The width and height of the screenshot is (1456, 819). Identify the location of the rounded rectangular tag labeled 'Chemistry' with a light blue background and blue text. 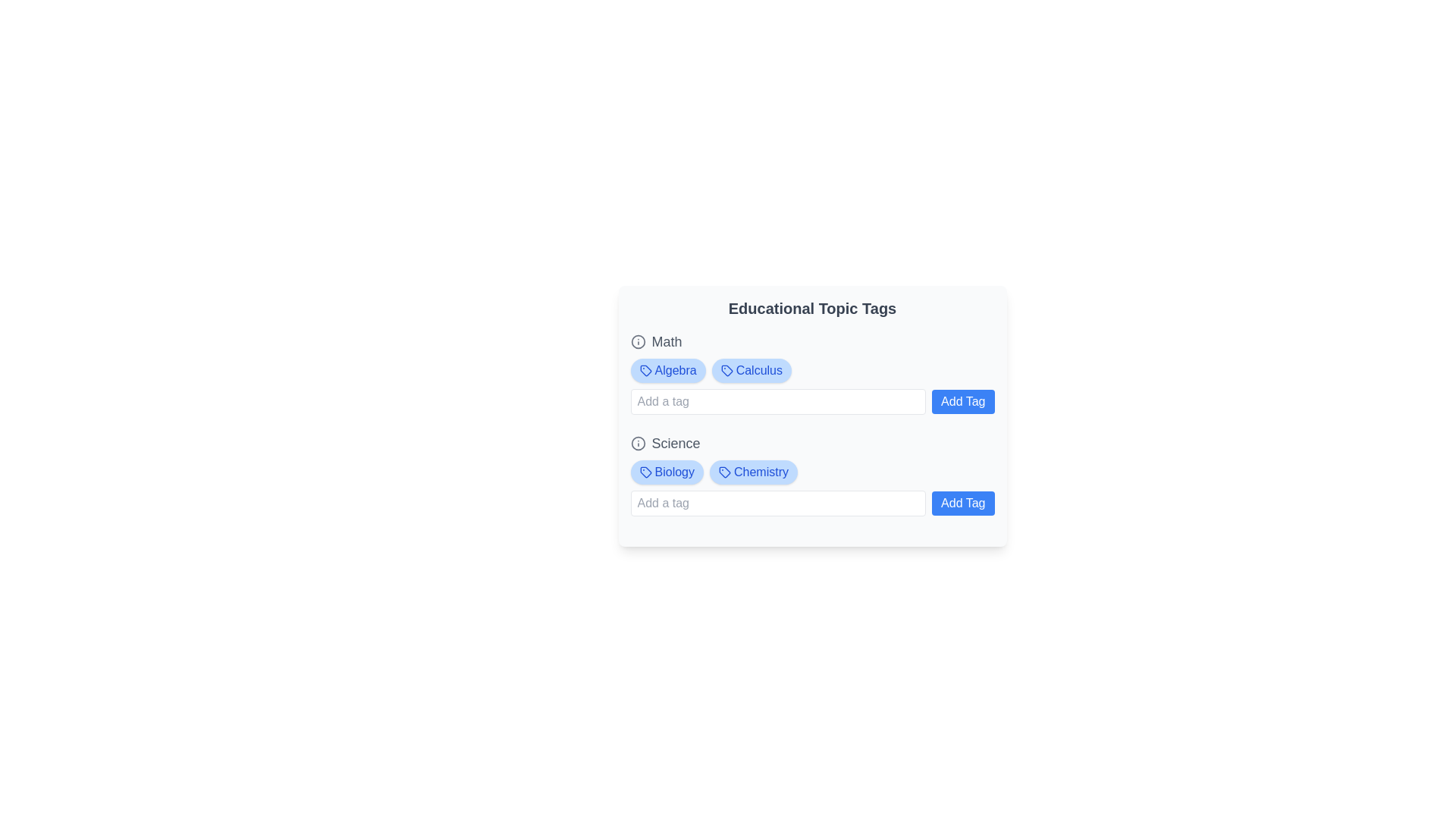
(753, 472).